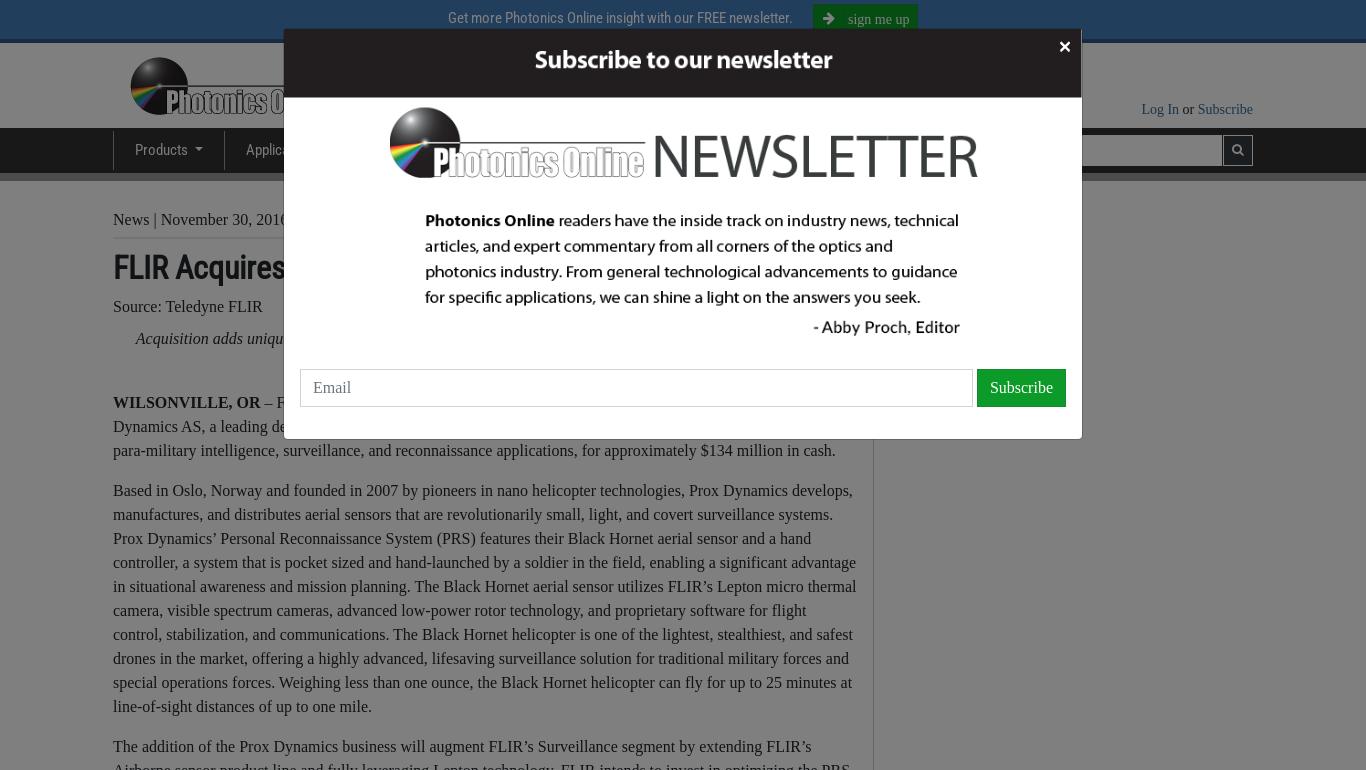 The height and width of the screenshot is (770, 1366). What do you see at coordinates (877, 19) in the screenshot?
I see `'sign me up'` at bounding box center [877, 19].